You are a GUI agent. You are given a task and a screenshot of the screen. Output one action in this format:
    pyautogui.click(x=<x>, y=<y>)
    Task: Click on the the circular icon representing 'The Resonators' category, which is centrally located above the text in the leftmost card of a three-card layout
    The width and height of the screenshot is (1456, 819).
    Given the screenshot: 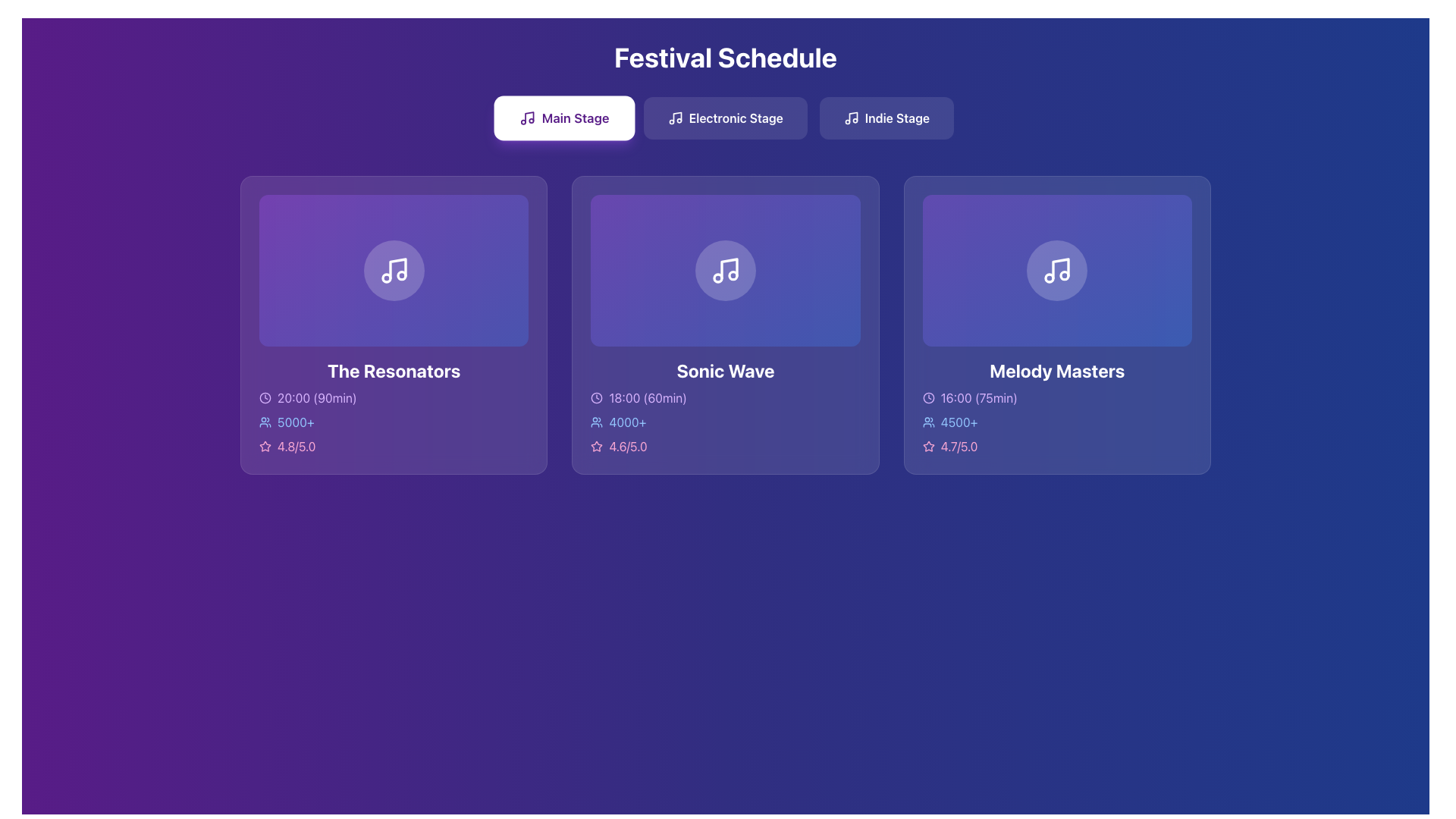 What is the action you would take?
    pyautogui.click(x=394, y=269)
    